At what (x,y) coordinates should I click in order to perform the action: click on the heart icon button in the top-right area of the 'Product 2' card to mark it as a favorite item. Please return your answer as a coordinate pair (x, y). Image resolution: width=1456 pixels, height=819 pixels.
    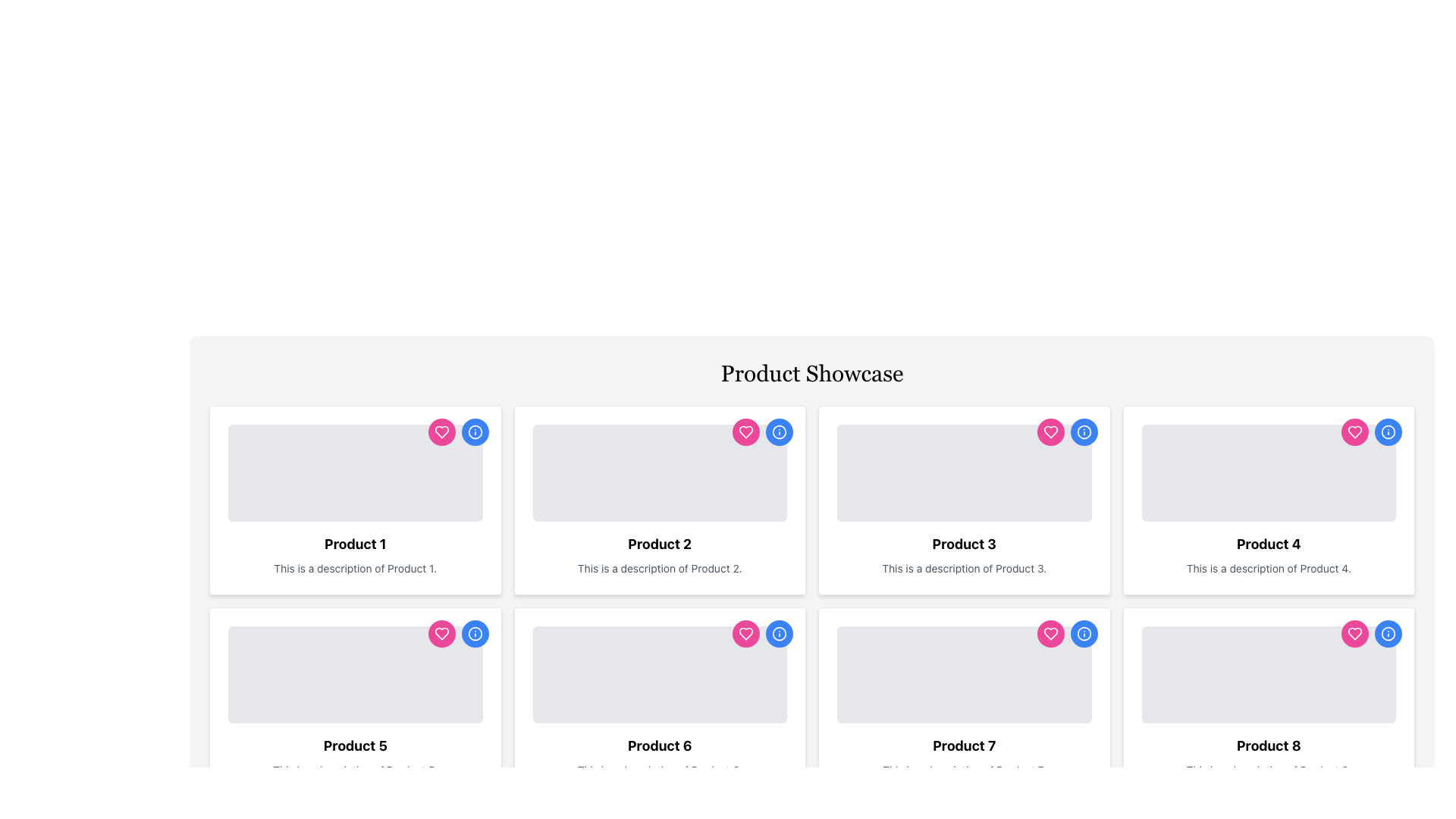
    Looking at the image, I should click on (745, 432).